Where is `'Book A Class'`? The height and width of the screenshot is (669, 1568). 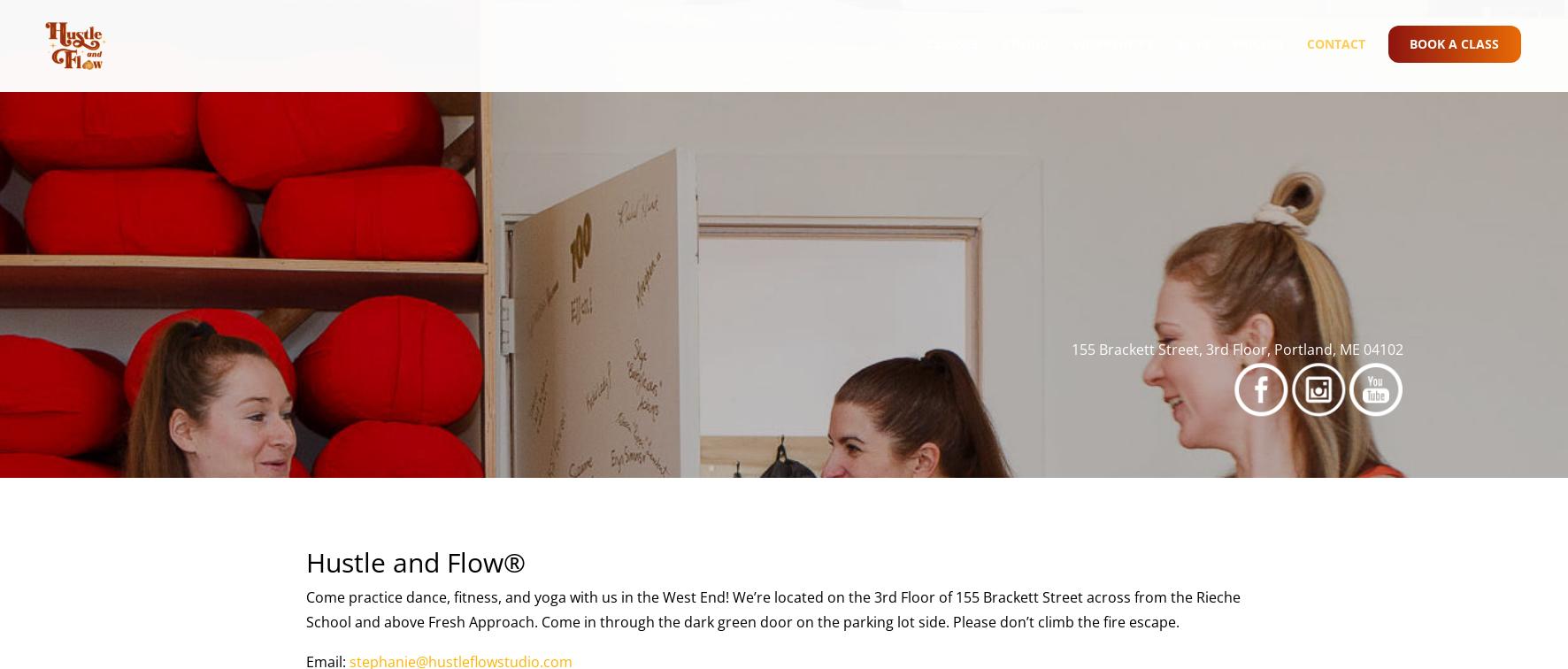 'Book A Class' is located at coordinates (1452, 59).